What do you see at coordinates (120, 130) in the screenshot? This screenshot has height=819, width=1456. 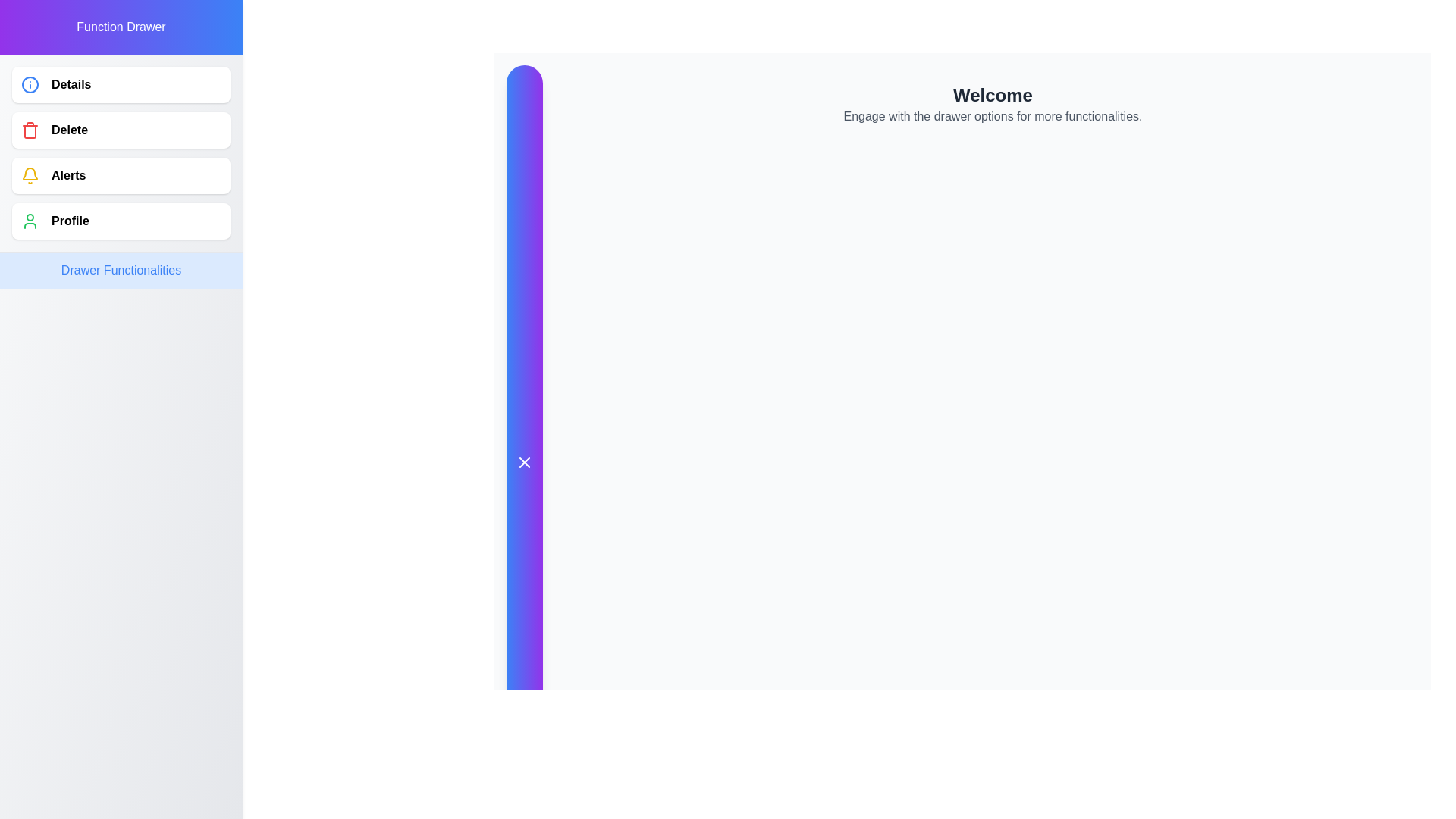 I see `the 'Delete' button, which has a white background, rounded corners, and features a red trash icon and bold black text` at bounding box center [120, 130].